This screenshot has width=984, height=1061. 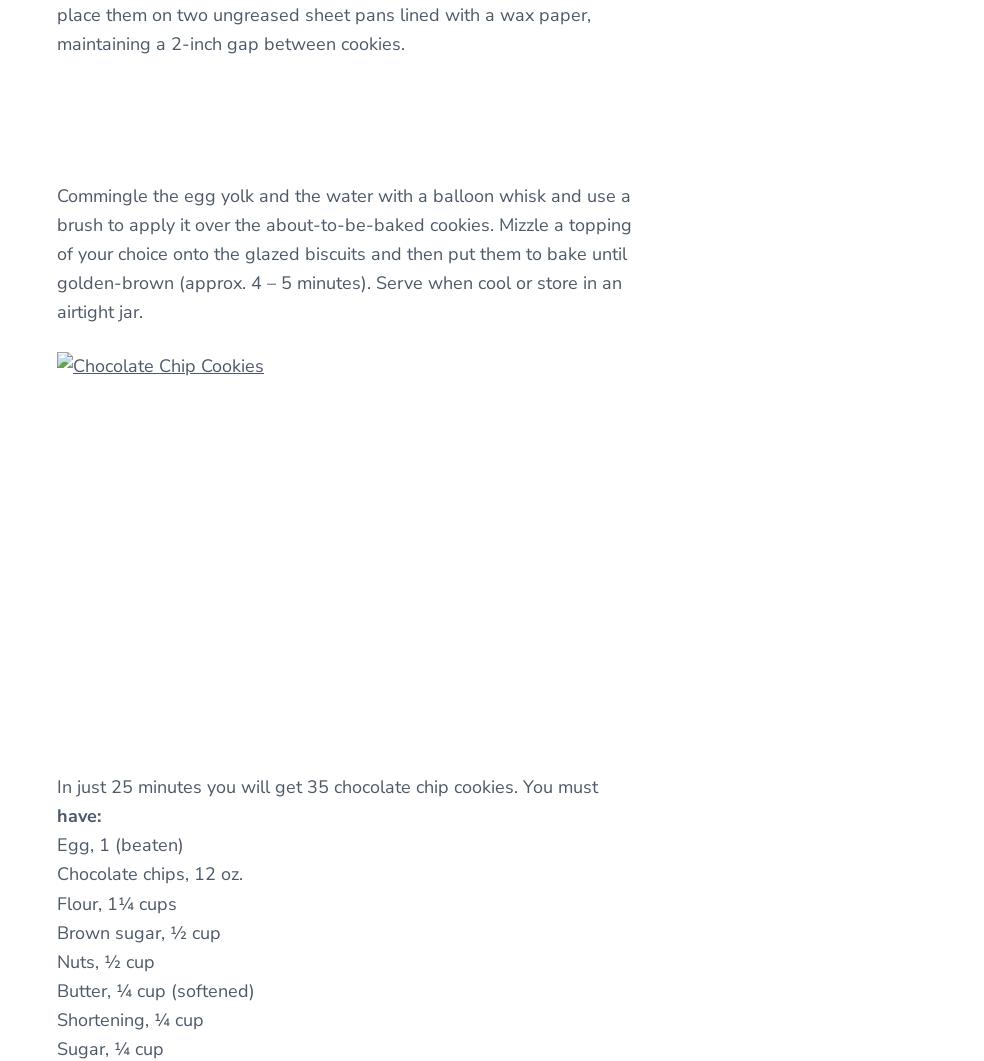 What do you see at coordinates (104, 959) in the screenshot?
I see `'Nuts, ½ cup'` at bounding box center [104, 959].